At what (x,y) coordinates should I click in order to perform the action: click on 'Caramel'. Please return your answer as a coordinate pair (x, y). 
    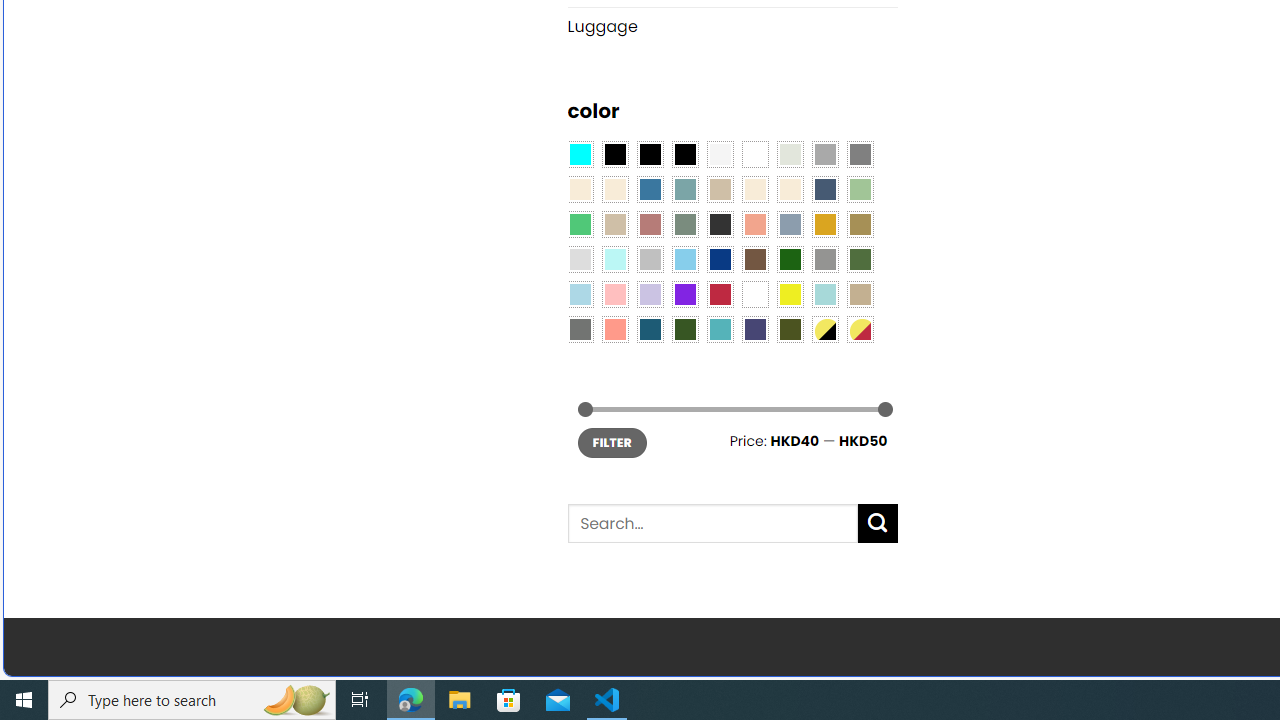
    Looking at the image, I should click on (754, 190).